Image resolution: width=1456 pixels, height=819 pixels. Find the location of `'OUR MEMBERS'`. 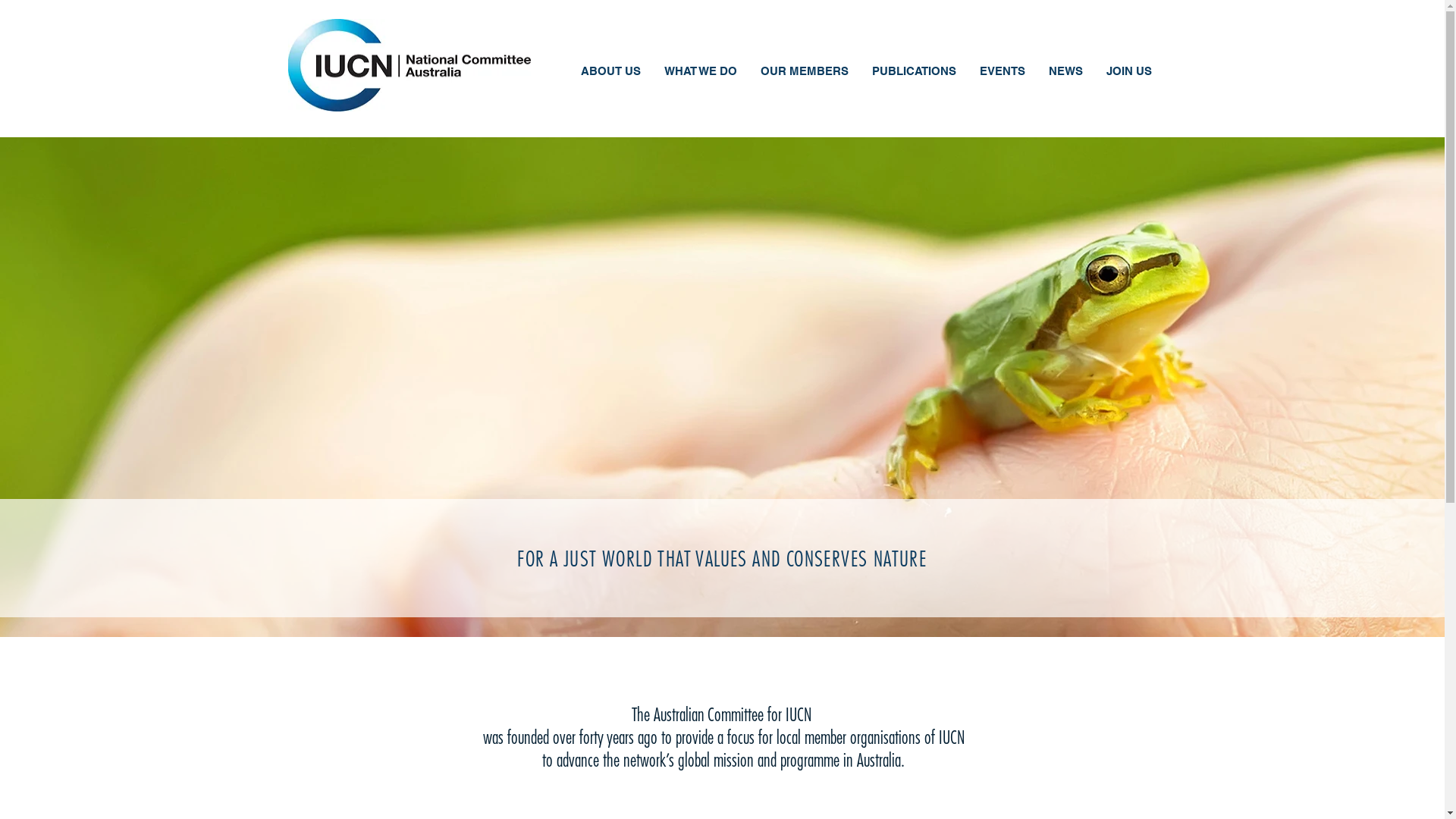

'OUR MEMBERS' is located at coordinates (802, 72).